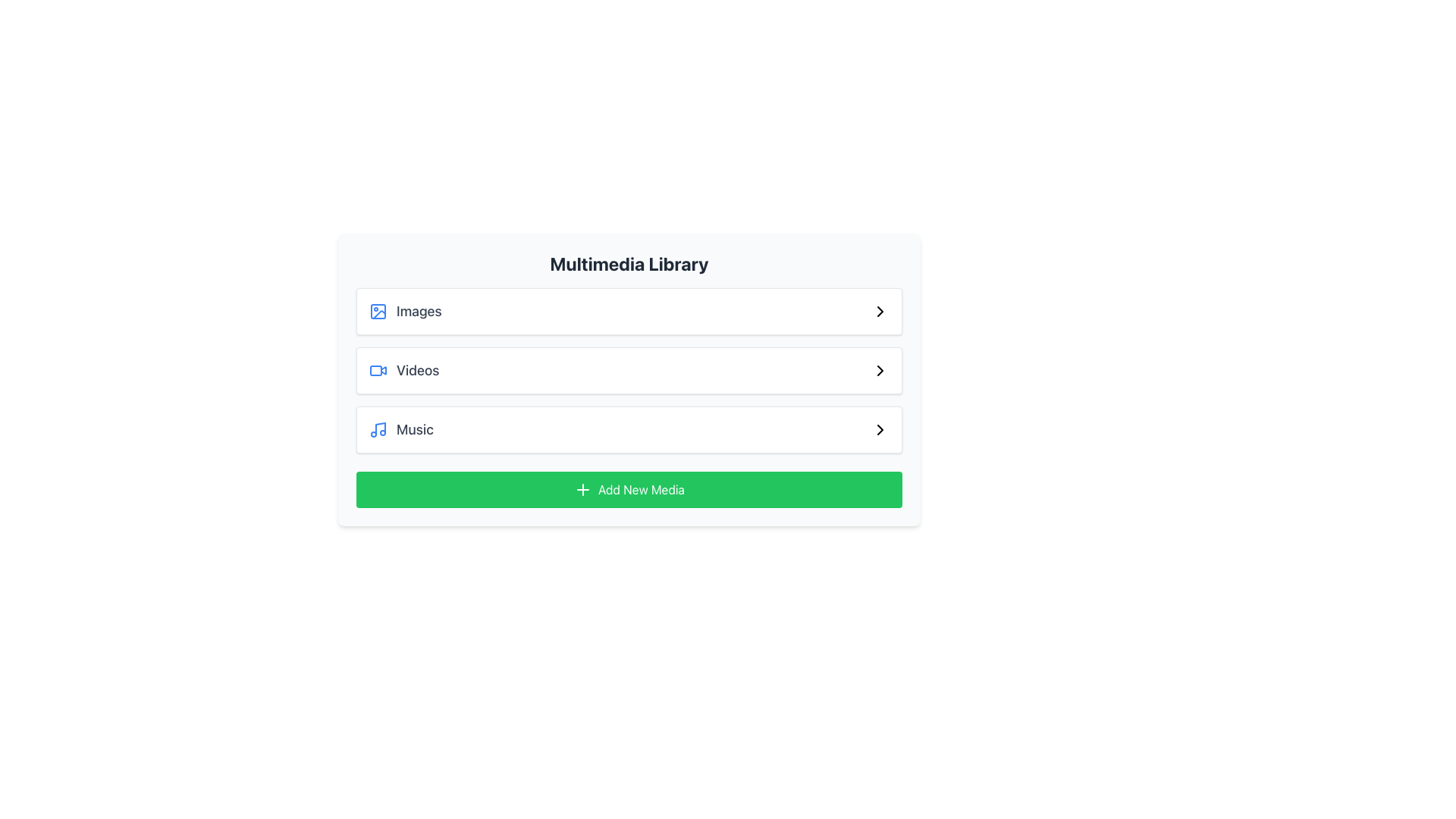 The height and width of the screenshot is (819, 1456). I want to click on the icon representing the 'Videos' section in the multimedia library, located to the left of the 'Videos' label, so click(378, 371).